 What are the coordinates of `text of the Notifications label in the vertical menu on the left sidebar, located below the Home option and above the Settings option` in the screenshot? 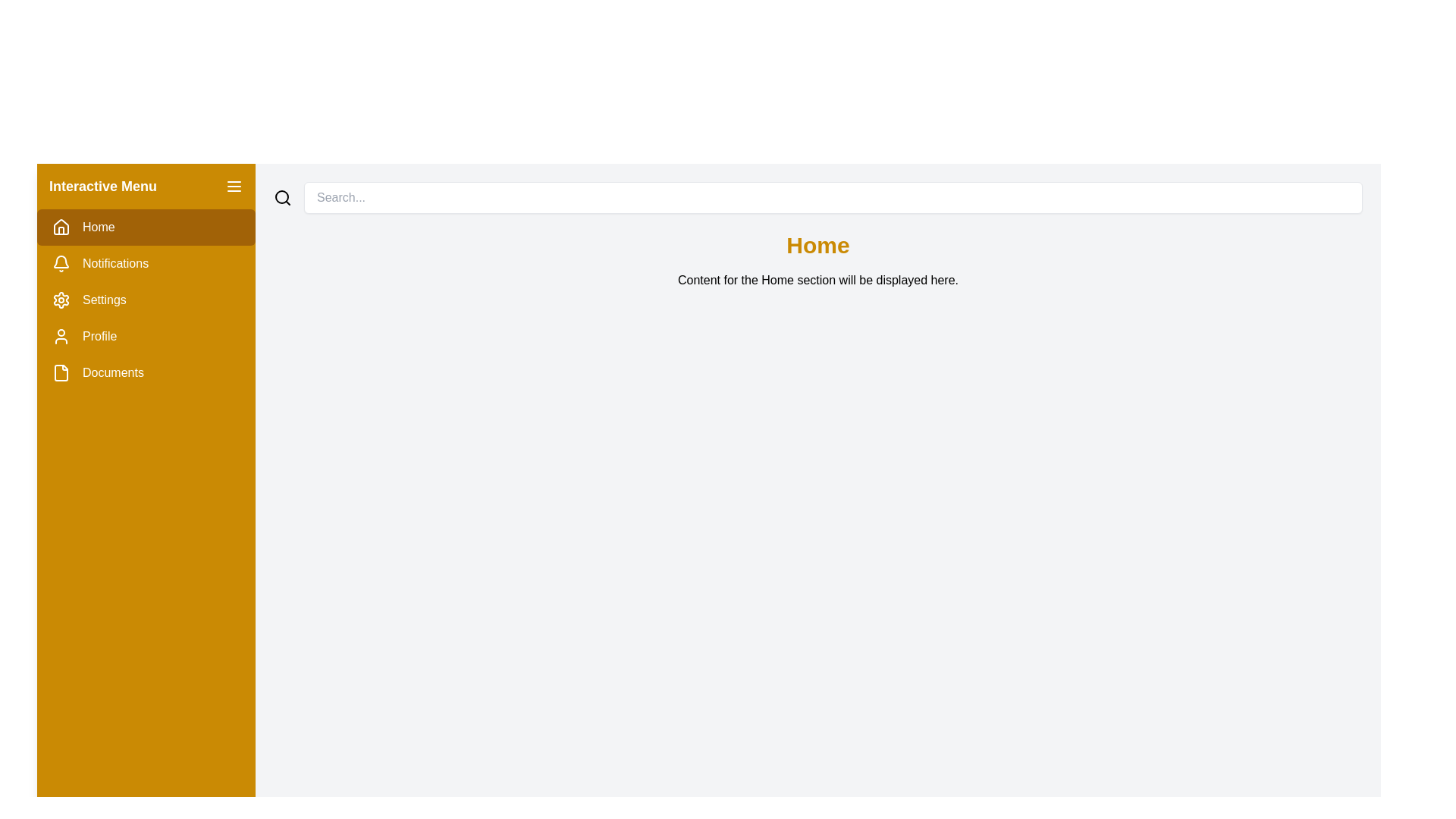 It's located at (115, 262).